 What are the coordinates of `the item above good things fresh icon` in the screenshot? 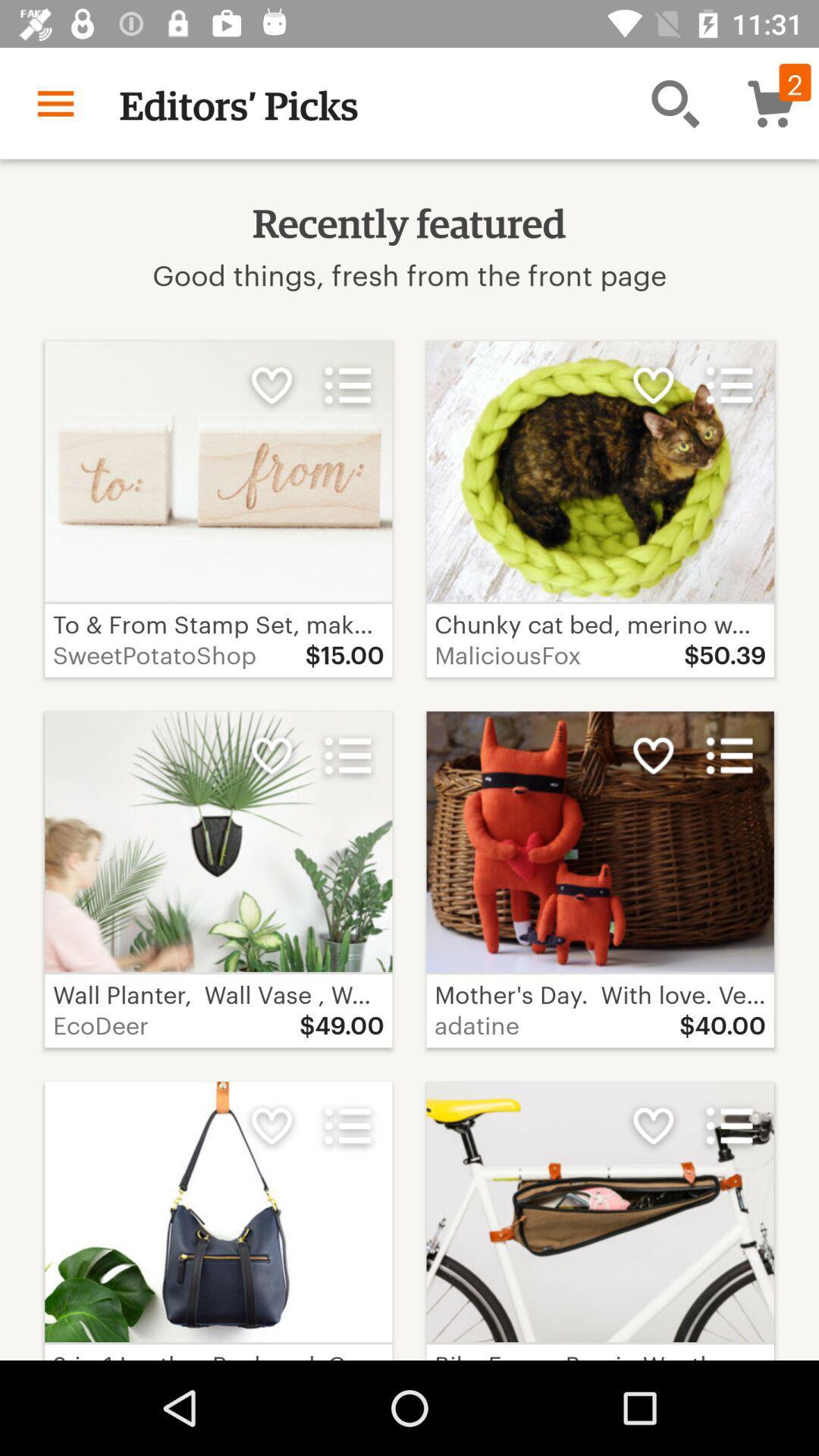 It's located at (675, 102).